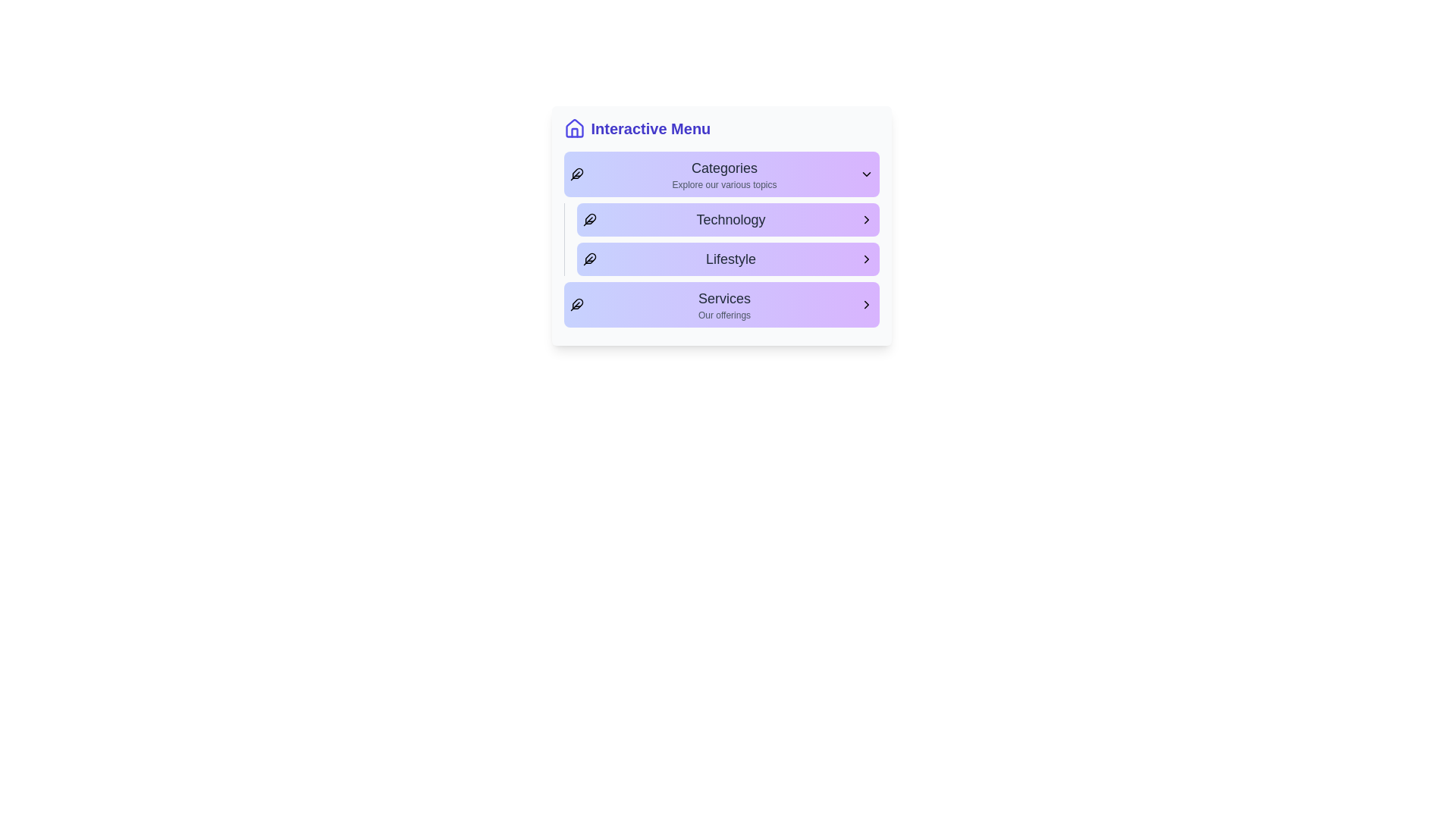 The height and width of the screenshot is (819, 1456). What do you see at coordinates (589, 218) in the screenshot?
I see `the decorative icon positioned to the left of the 'Technology' text in the second row of the vertical list menu` at bounding box center [589, 218].